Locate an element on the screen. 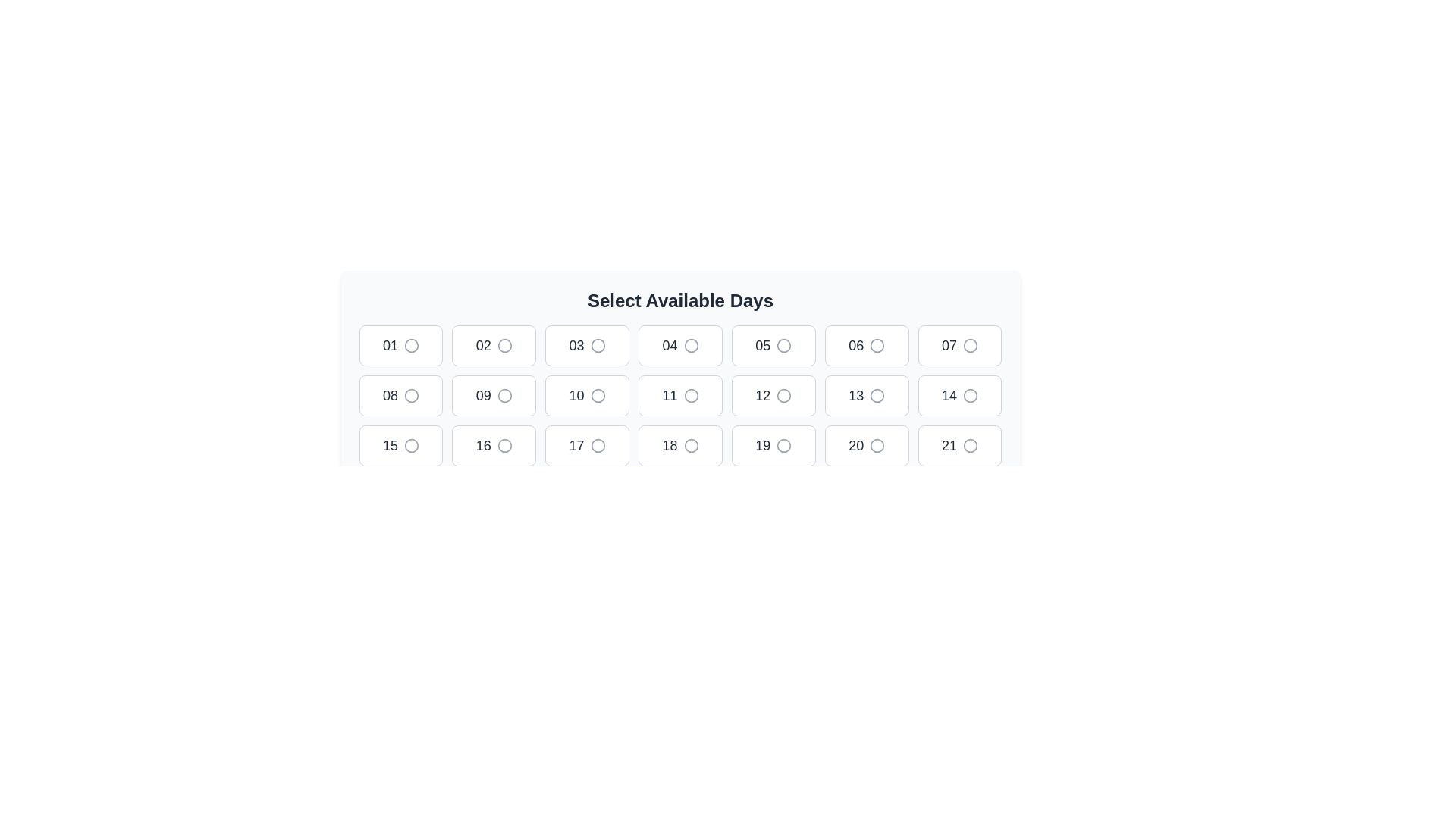 Image resolution: width=1456 pixels, height=819 pixels. the text label displaying the number '10' within the date-selection button is located at coordinates (576, 394).